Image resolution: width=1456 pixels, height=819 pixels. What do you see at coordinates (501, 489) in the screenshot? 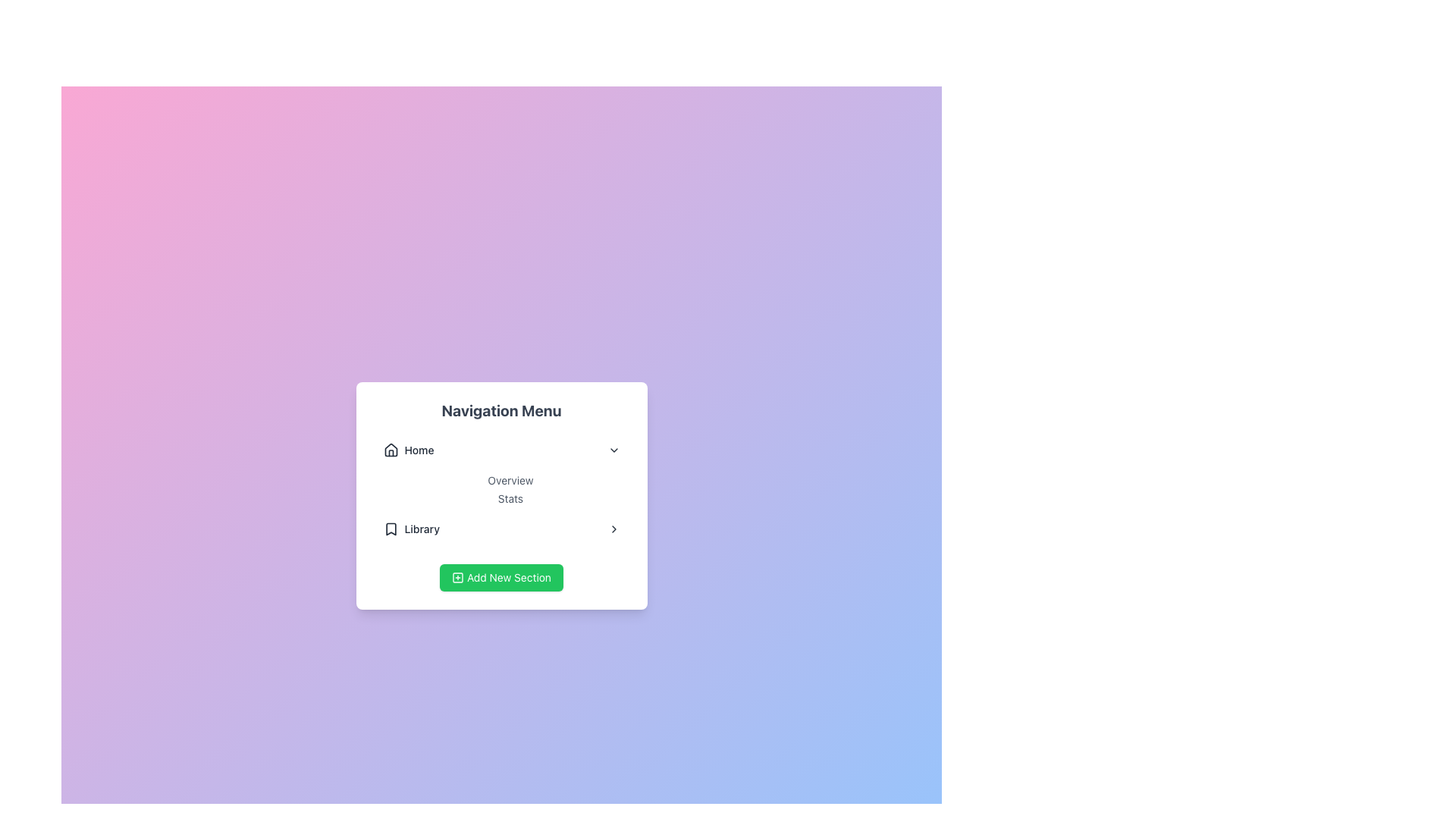
I see `the 'Overview' text link in the grouped text link component located in the navigation menu, which is styled in a small, gray font and positioned above the 'Library' section` at bounding box center [501, 489].